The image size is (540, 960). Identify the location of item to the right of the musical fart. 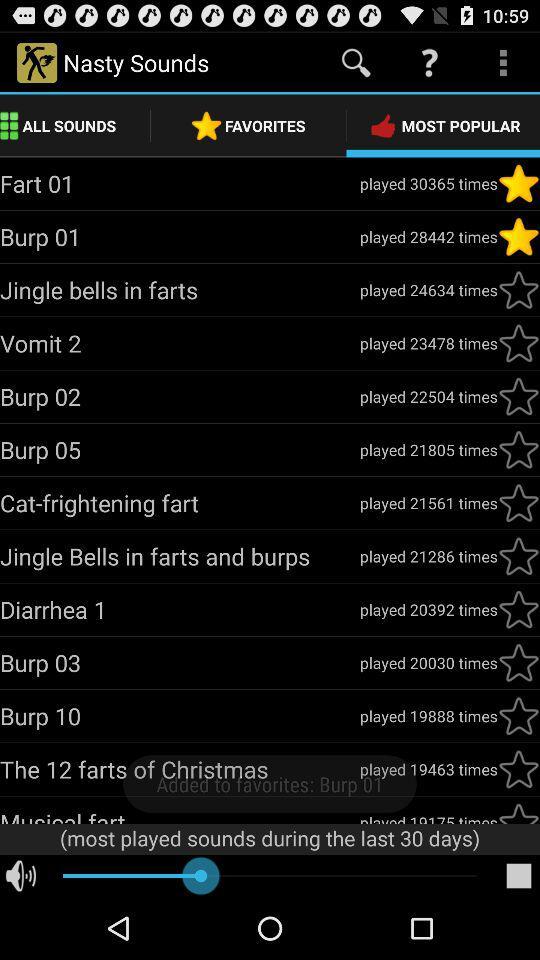
(427, 817).